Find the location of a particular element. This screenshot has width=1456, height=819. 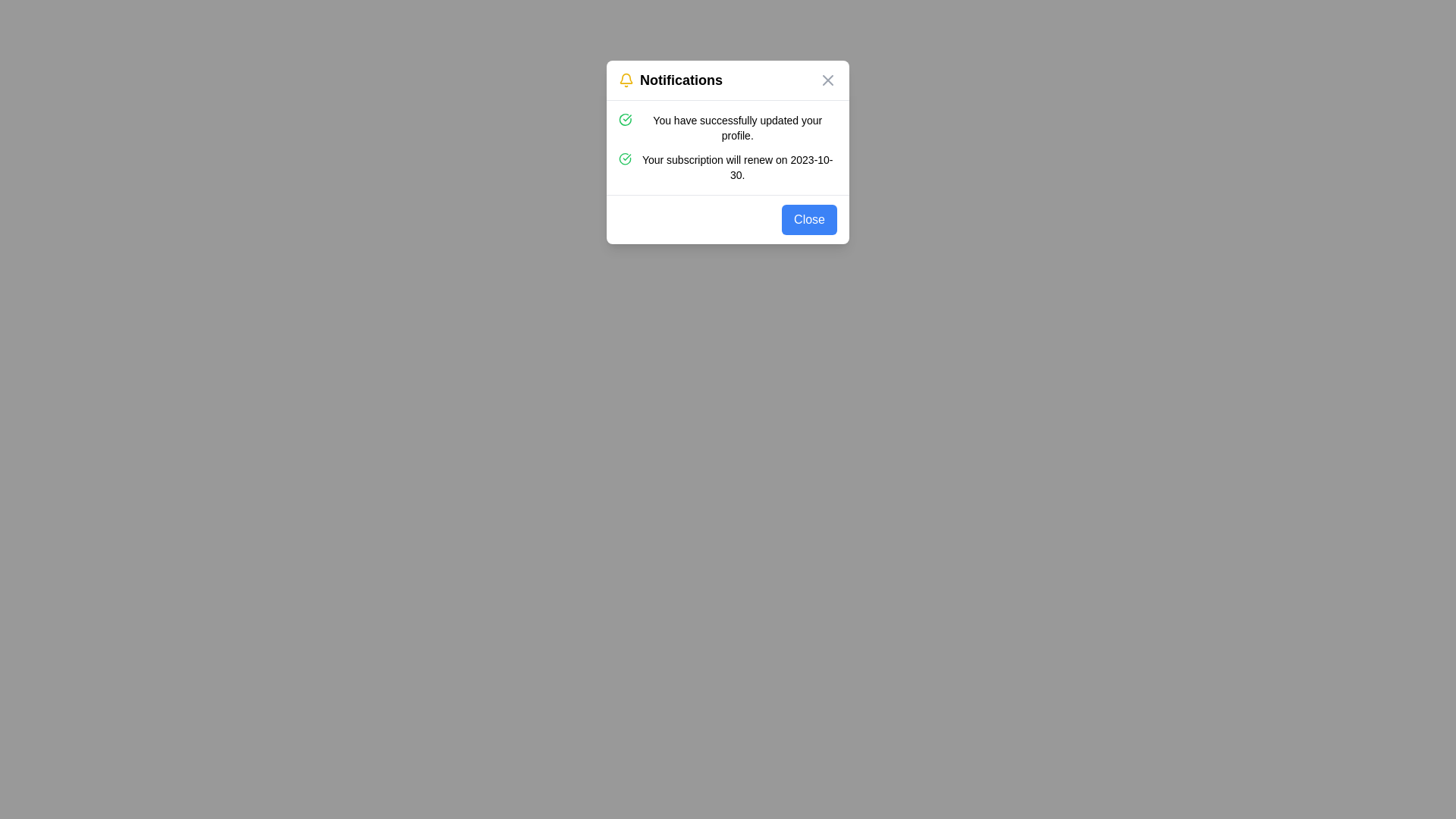

the green checkmark icon that indicates successful completion of an action is located at coordinates (625, 119).